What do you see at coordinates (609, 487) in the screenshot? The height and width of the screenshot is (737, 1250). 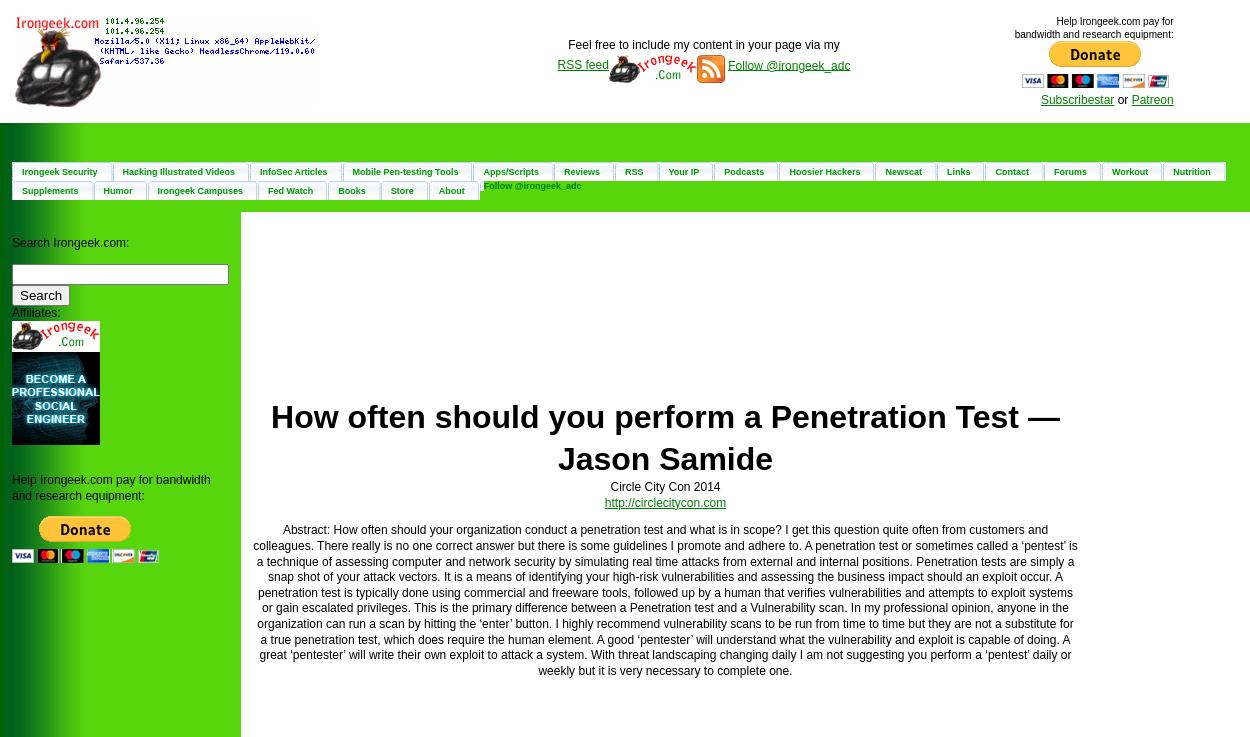 I see `'Circle City Con 2014'` at bounding box center [609, 487].